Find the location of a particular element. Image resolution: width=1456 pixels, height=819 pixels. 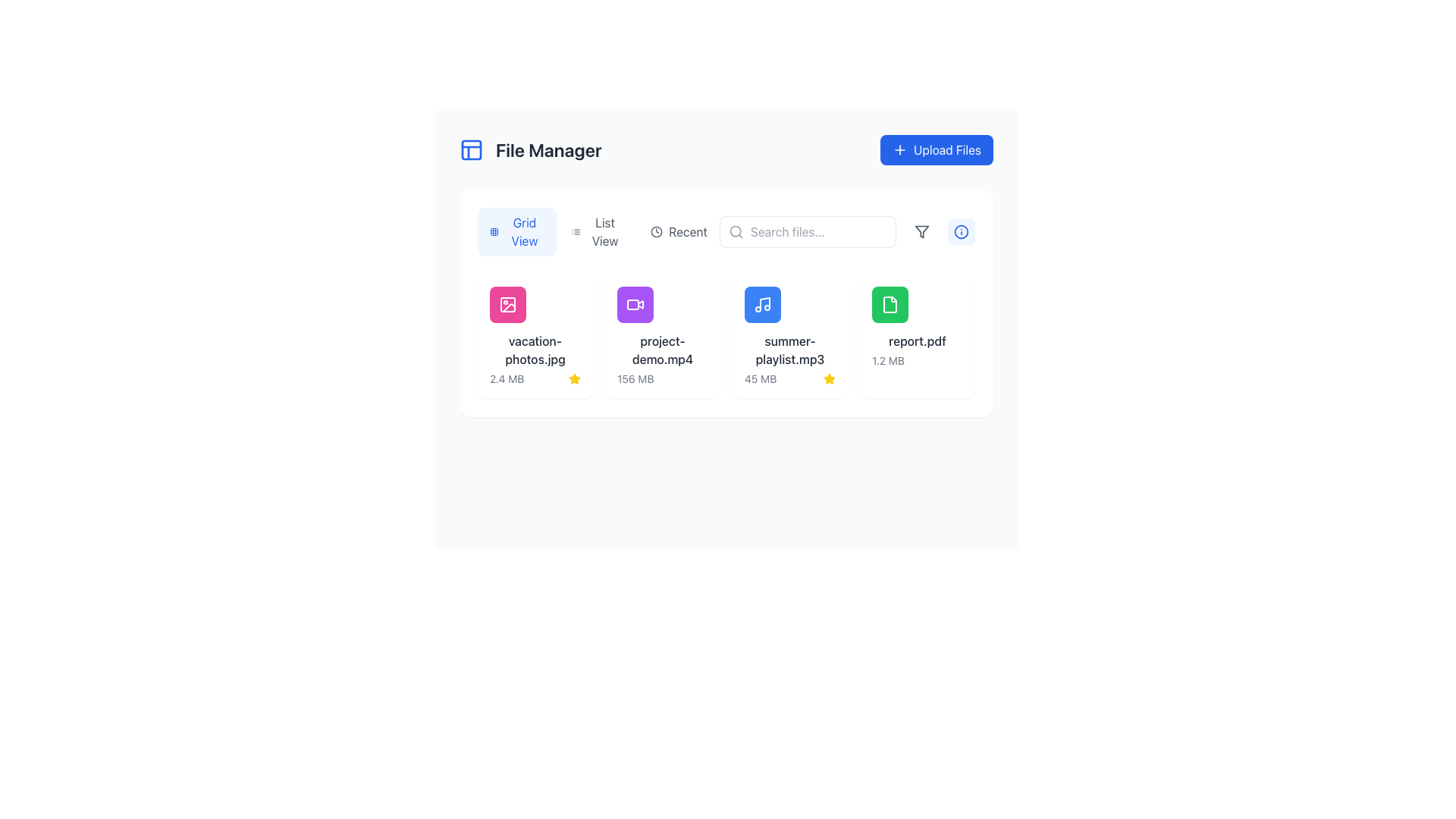

the action bar located at the bottom area of the card representing the file named 'vacation-photos.jpg' is located at coordinates (535, 376).